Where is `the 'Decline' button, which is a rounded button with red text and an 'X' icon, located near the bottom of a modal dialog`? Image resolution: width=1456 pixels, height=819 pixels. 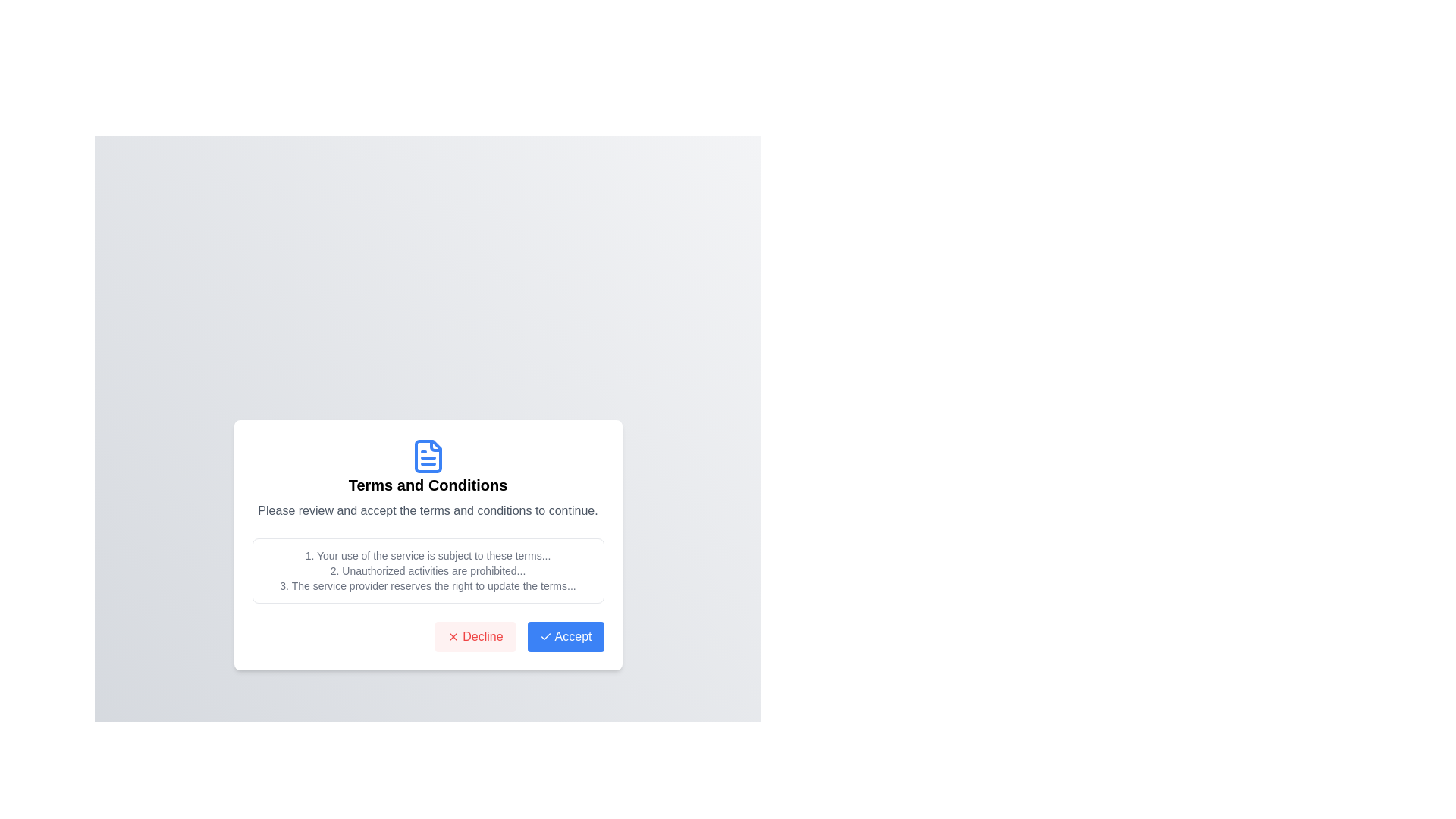 the 'Decline' button, which is a rounded button with red text and an 'X' icon, located near the bottom of a modal dialog is located at coordinates (474, 637).